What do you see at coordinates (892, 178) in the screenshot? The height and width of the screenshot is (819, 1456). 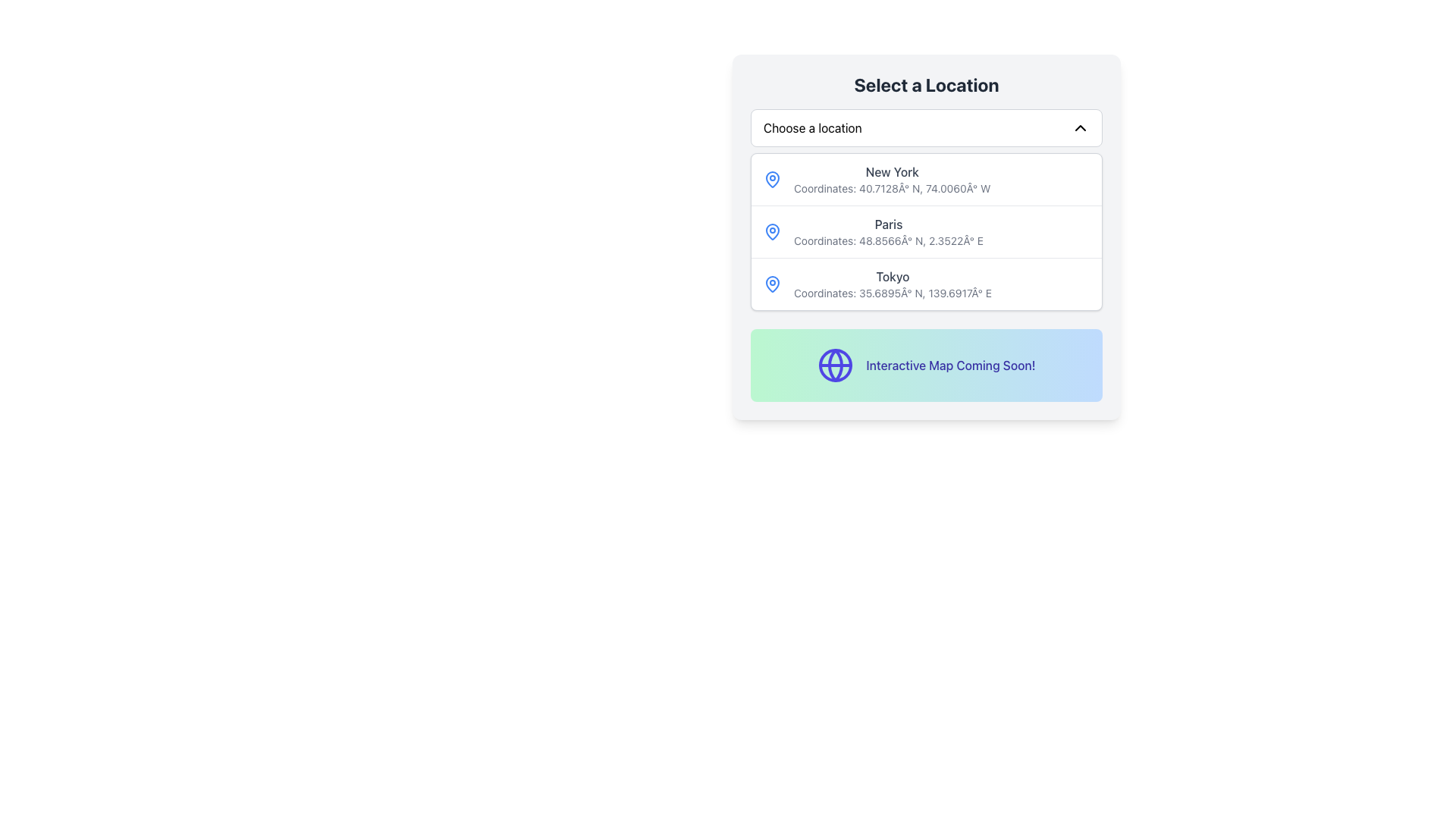 I see `the first list item displaying 'New York'` at bounding box center [892, 178].